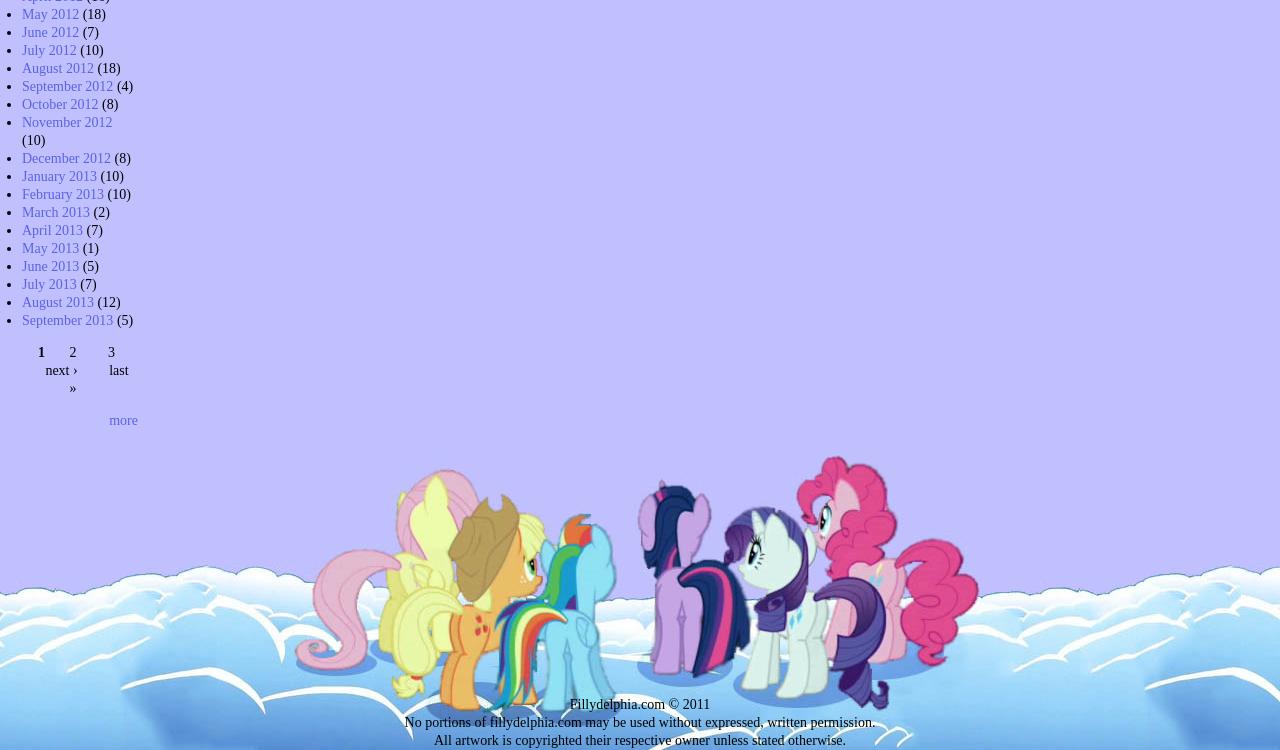 The width and height of the screenshot is (1280, 750). I want to click on '3', so click(110, 350).